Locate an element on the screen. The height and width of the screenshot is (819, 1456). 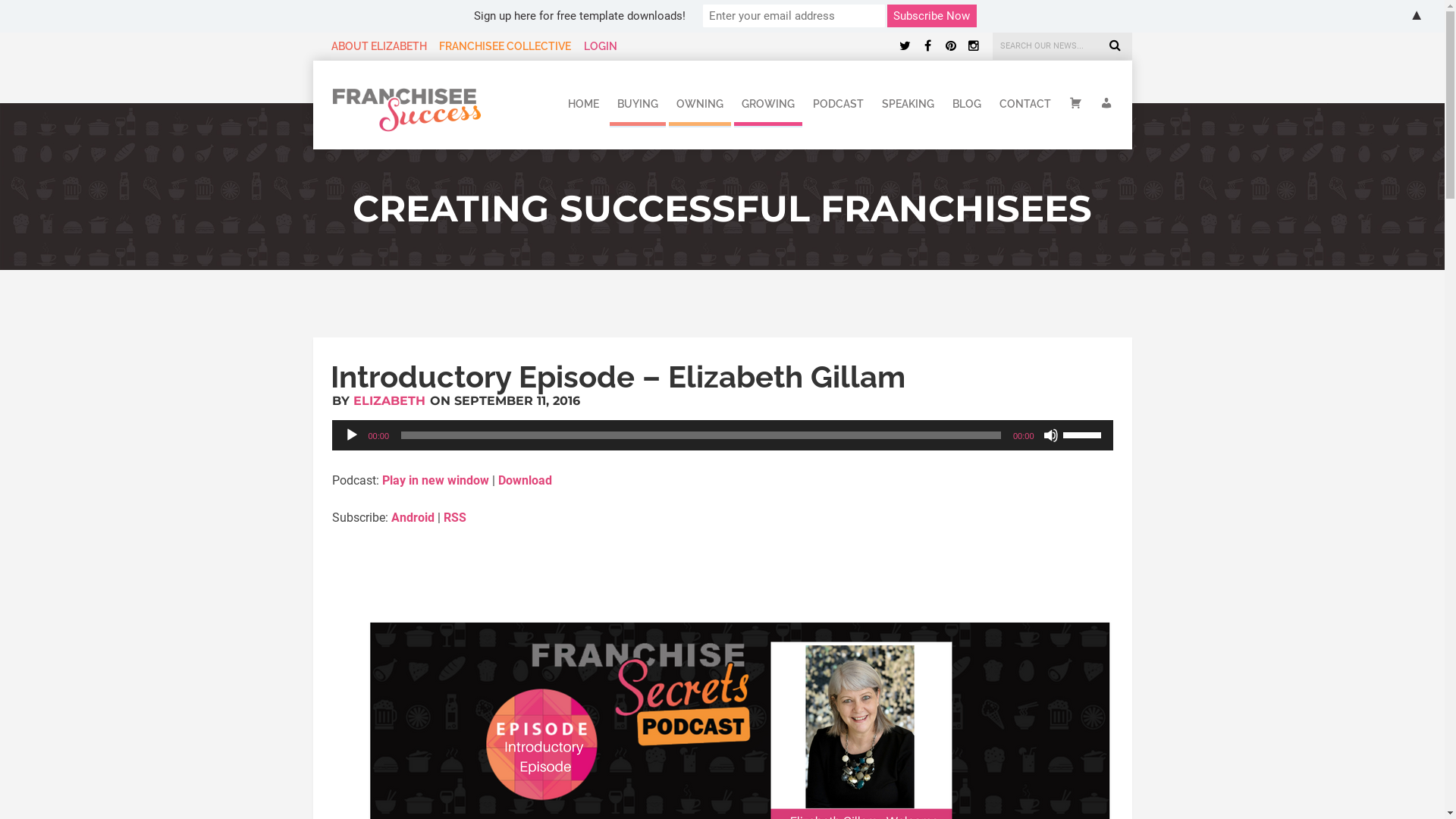
'Subscribe Now' is located at coordinates (930, 15).